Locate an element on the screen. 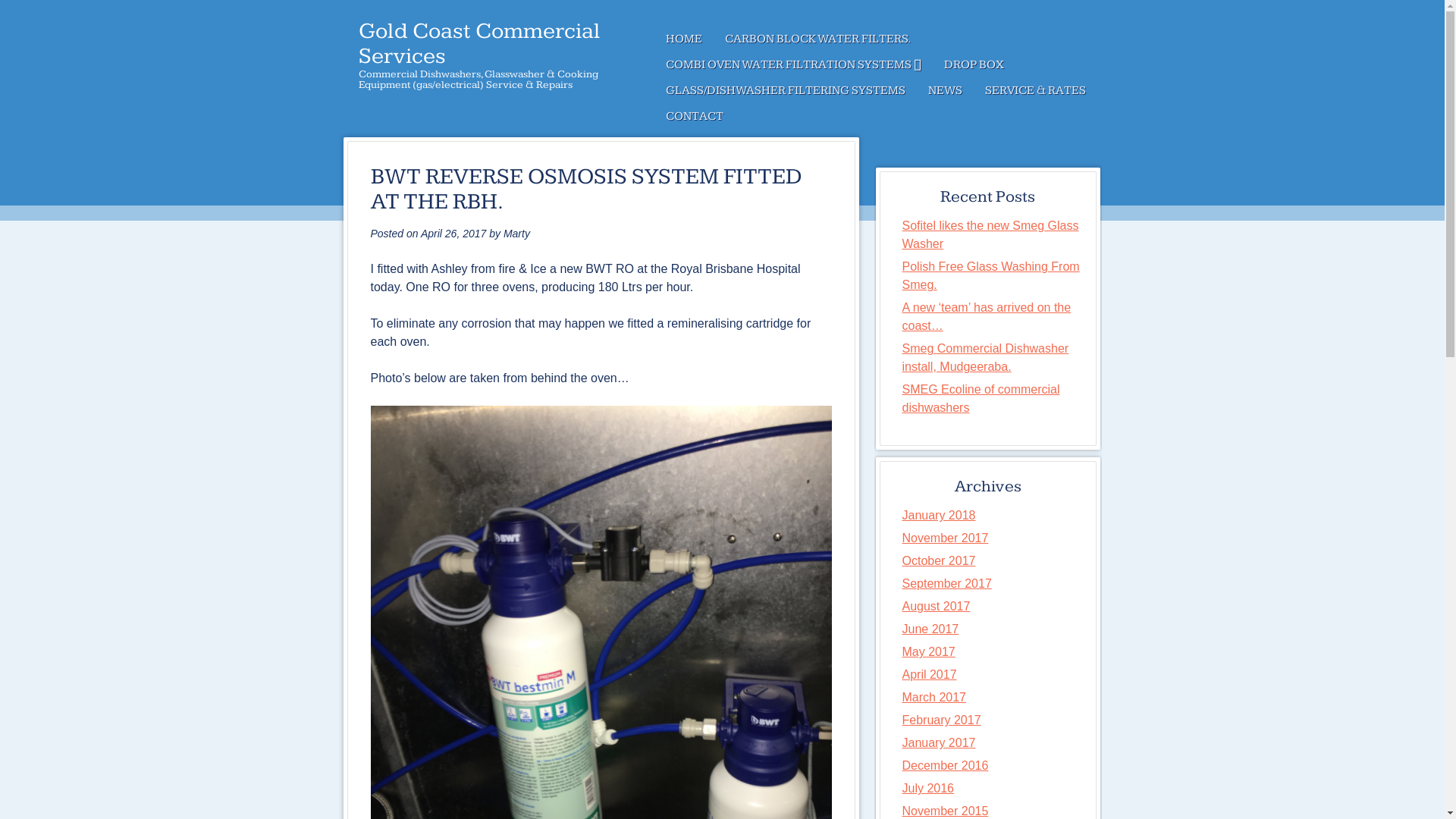  'January 2017' is located at coordinates (938, 742).